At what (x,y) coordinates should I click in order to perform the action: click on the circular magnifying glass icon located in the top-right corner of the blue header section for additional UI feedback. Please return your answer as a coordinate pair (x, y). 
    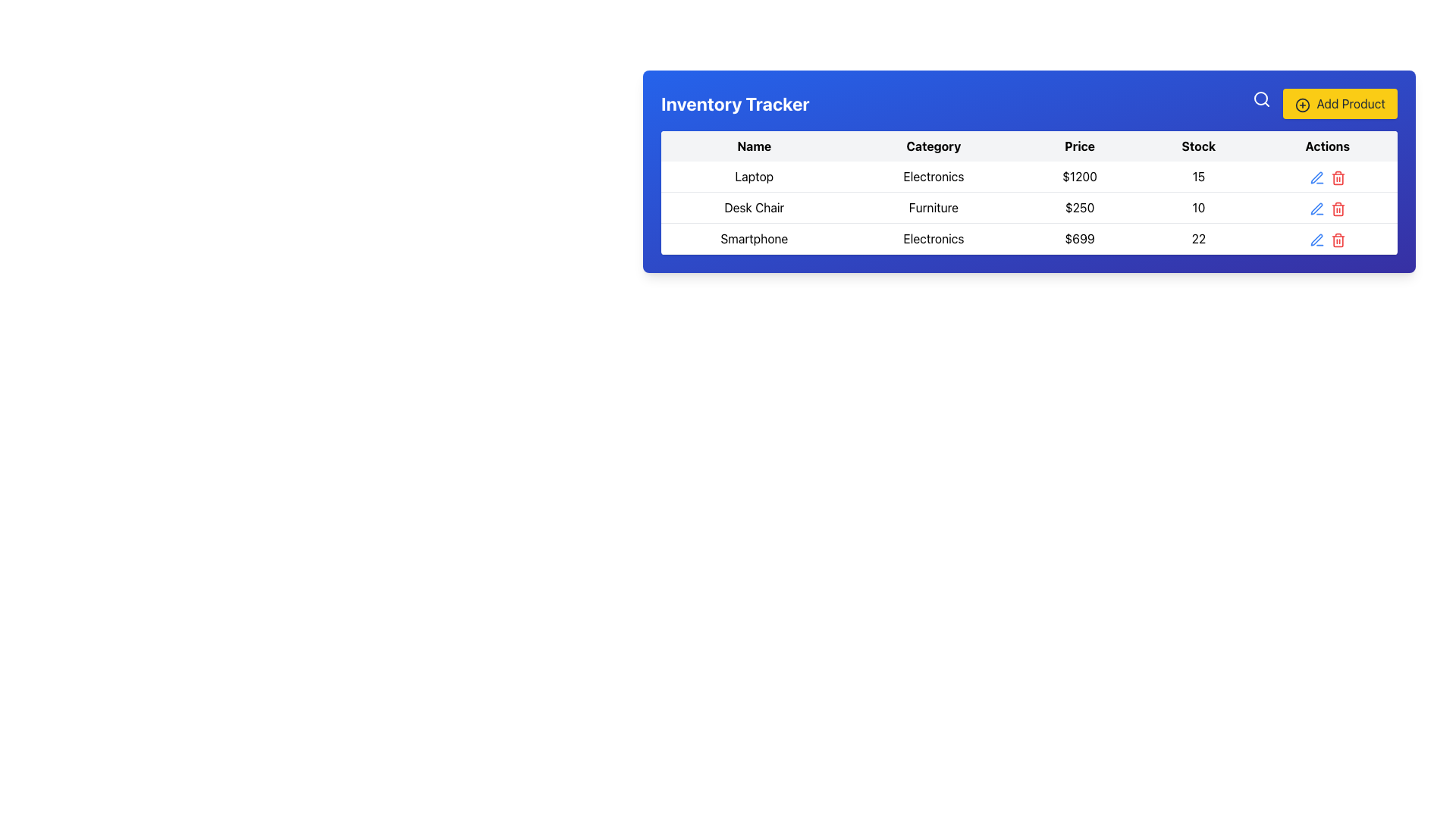
    Looking at the image, I should click on (1262, 99).